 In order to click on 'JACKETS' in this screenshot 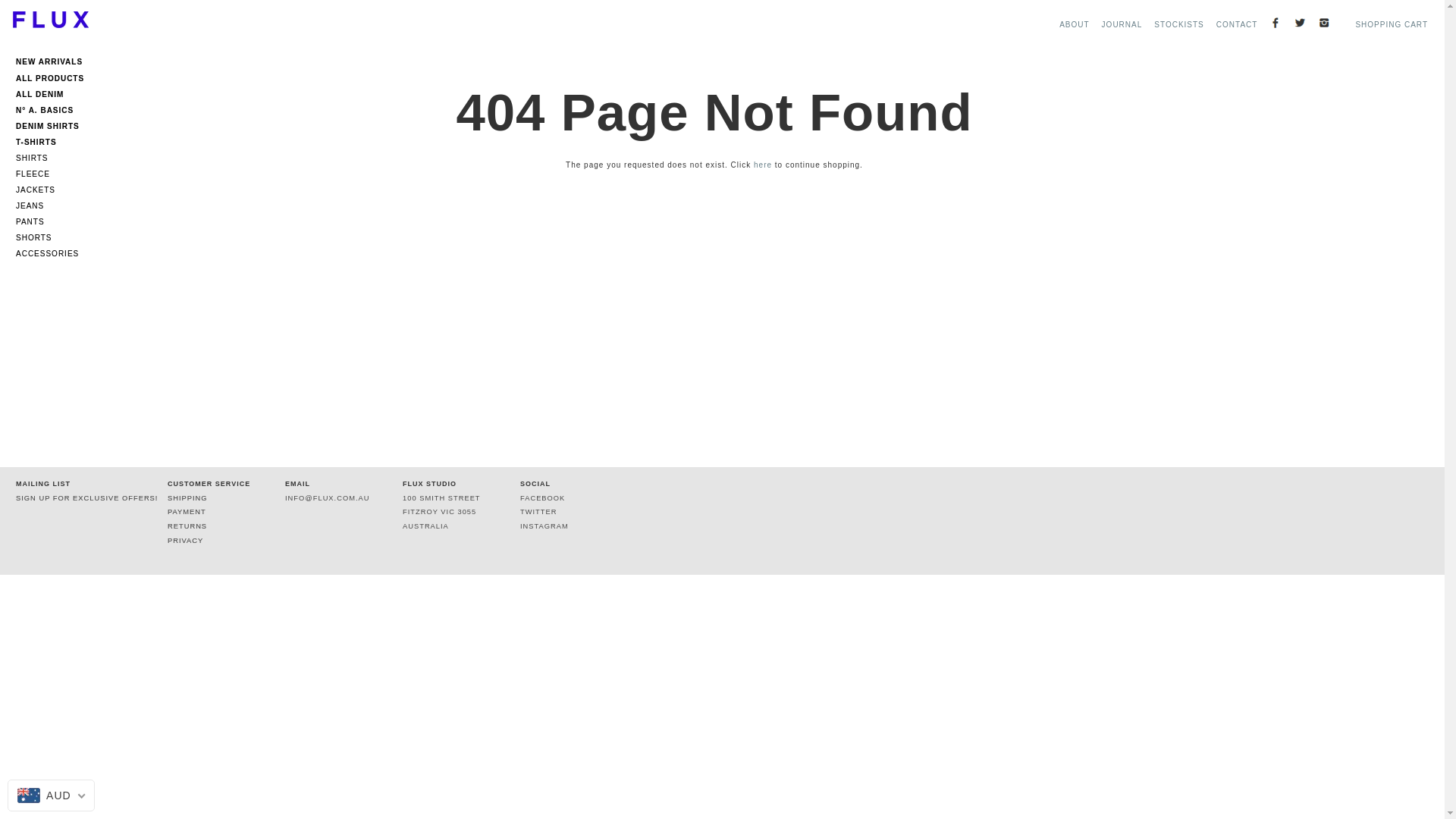, I will do `click(54, 189)`.